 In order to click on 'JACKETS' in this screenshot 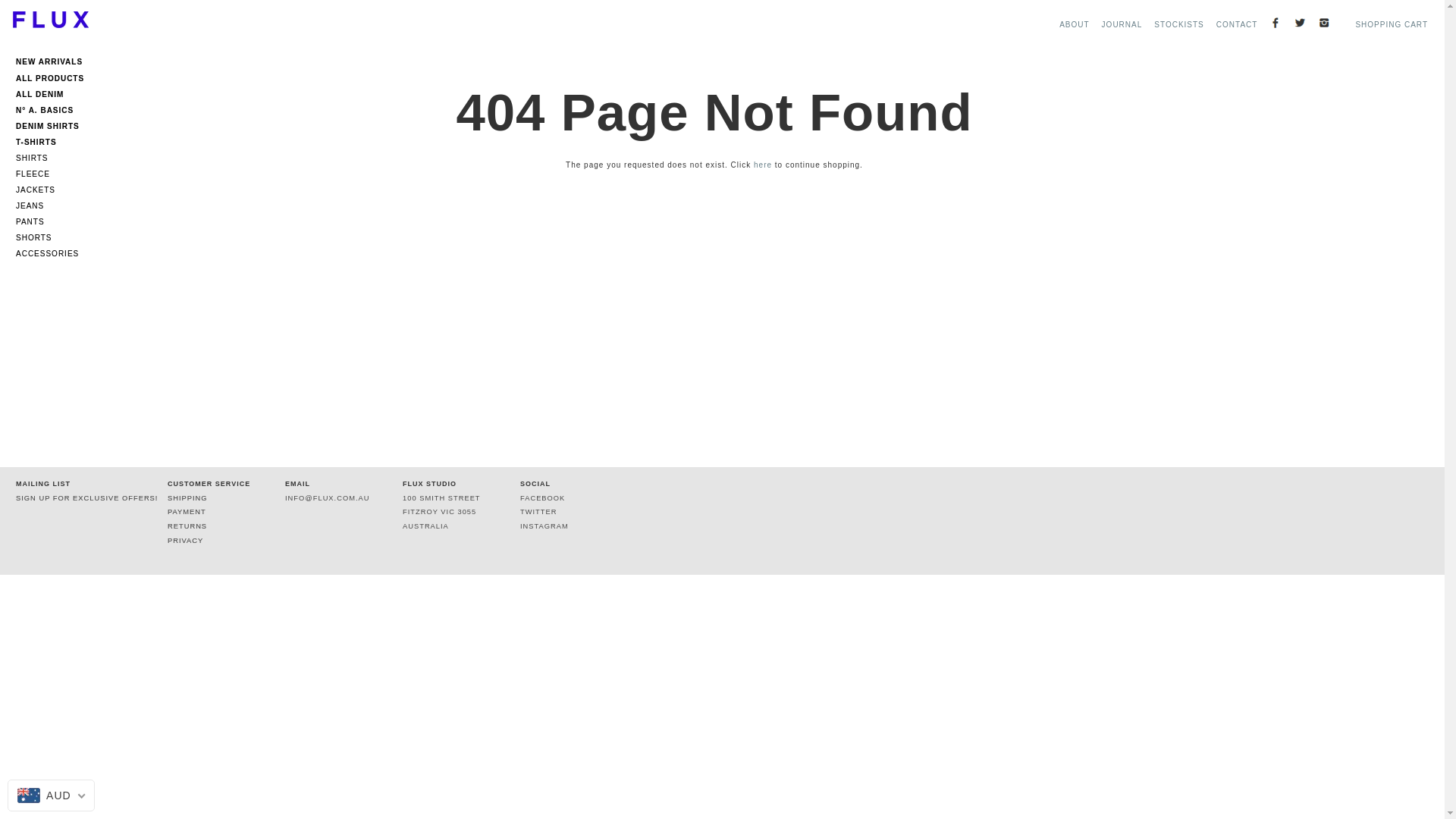, I will do `click(54, 189)`.